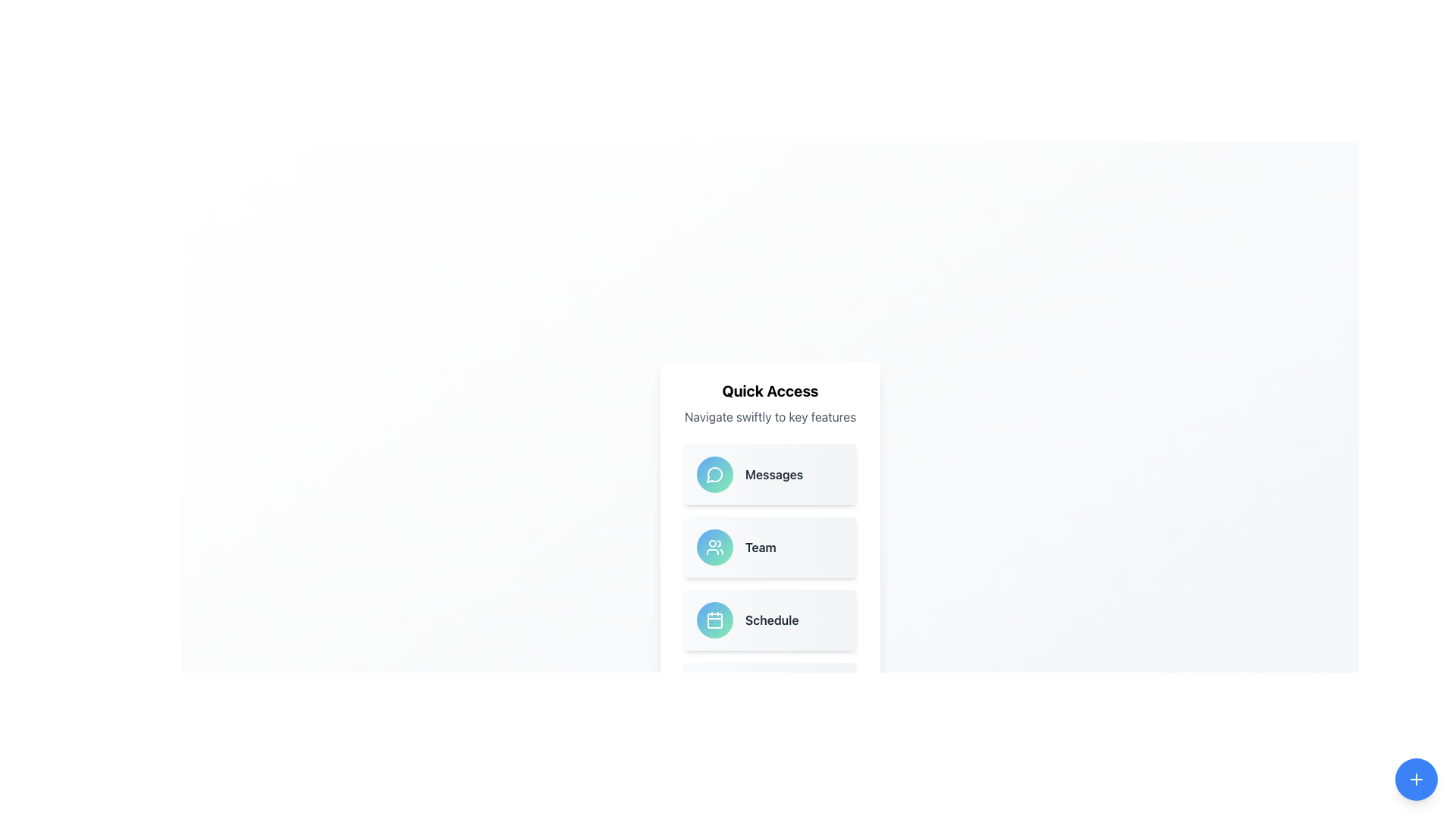  Describe the element at coordinates (714, 620) in the screenshot. I see `the calendar icon located at the bottom of the vertical list of icons in the 'Quick Access' section` at that location.